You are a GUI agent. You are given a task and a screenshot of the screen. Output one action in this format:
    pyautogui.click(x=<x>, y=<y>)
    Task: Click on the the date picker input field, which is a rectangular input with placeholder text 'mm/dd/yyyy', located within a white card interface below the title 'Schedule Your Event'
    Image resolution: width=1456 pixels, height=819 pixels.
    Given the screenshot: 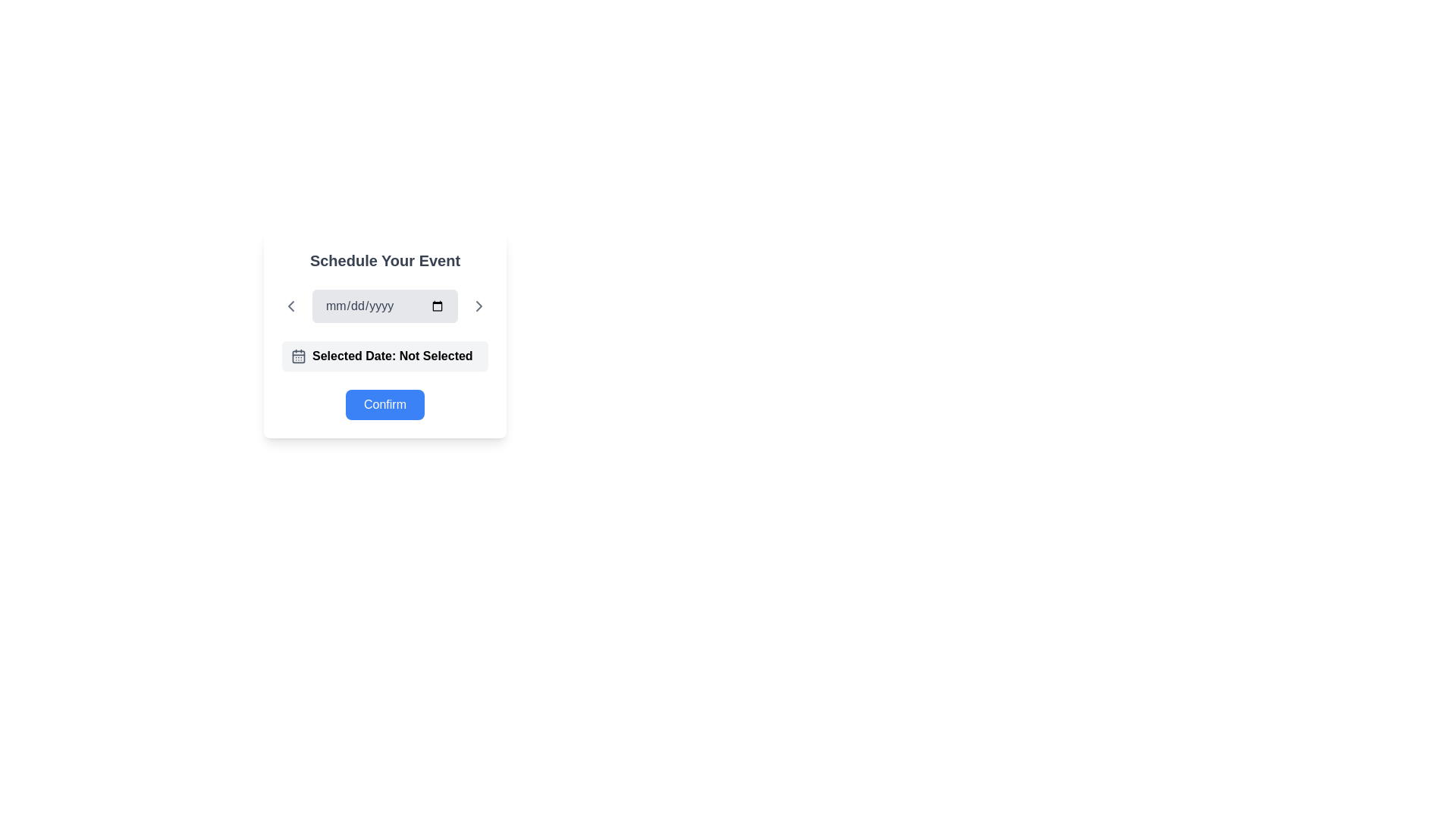 What is the action you would take?
    pyautogui.click(x=385, y=306)
    